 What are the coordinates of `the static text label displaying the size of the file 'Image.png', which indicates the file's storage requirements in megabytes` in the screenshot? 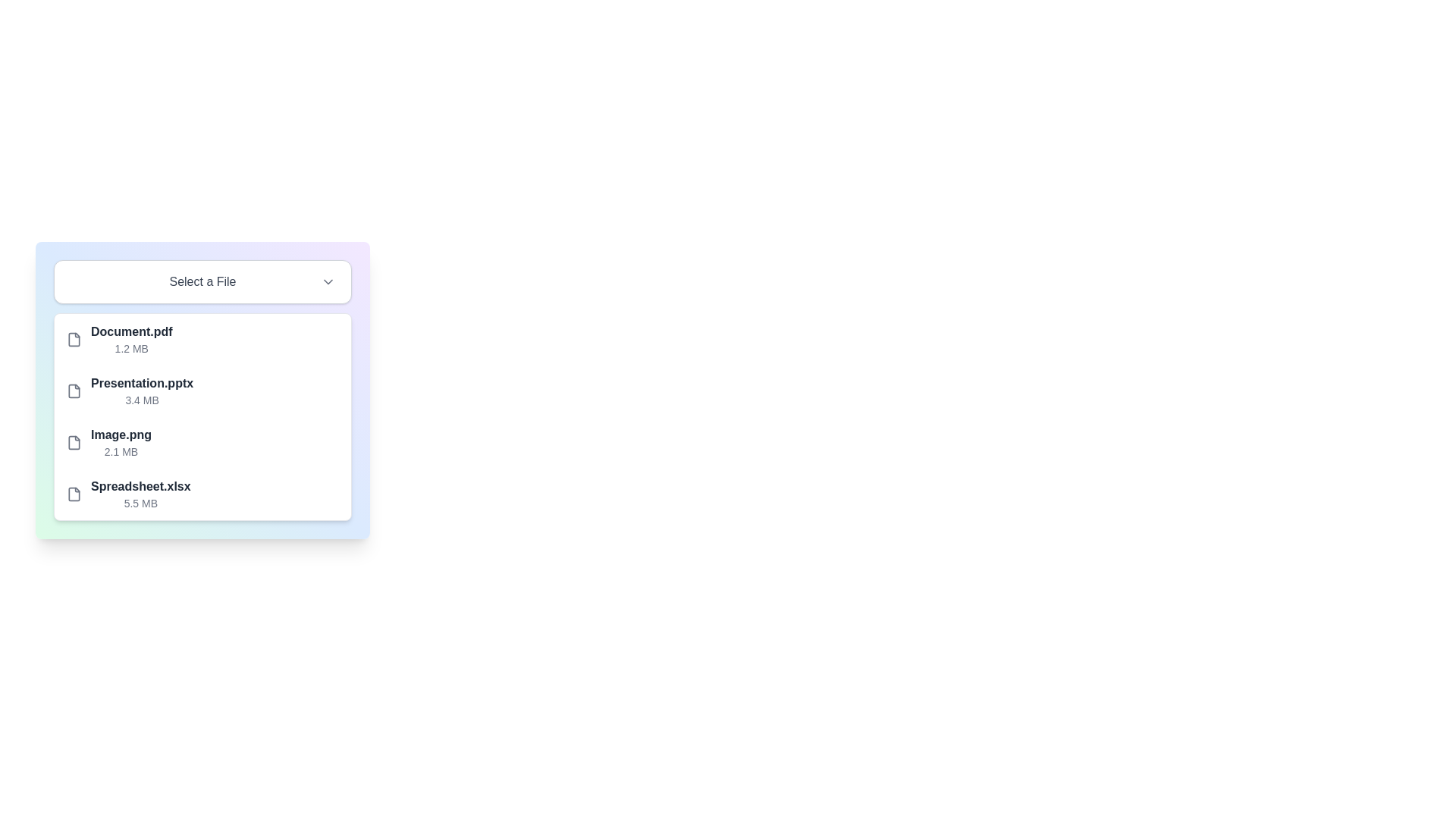 It's located at (120, 451).